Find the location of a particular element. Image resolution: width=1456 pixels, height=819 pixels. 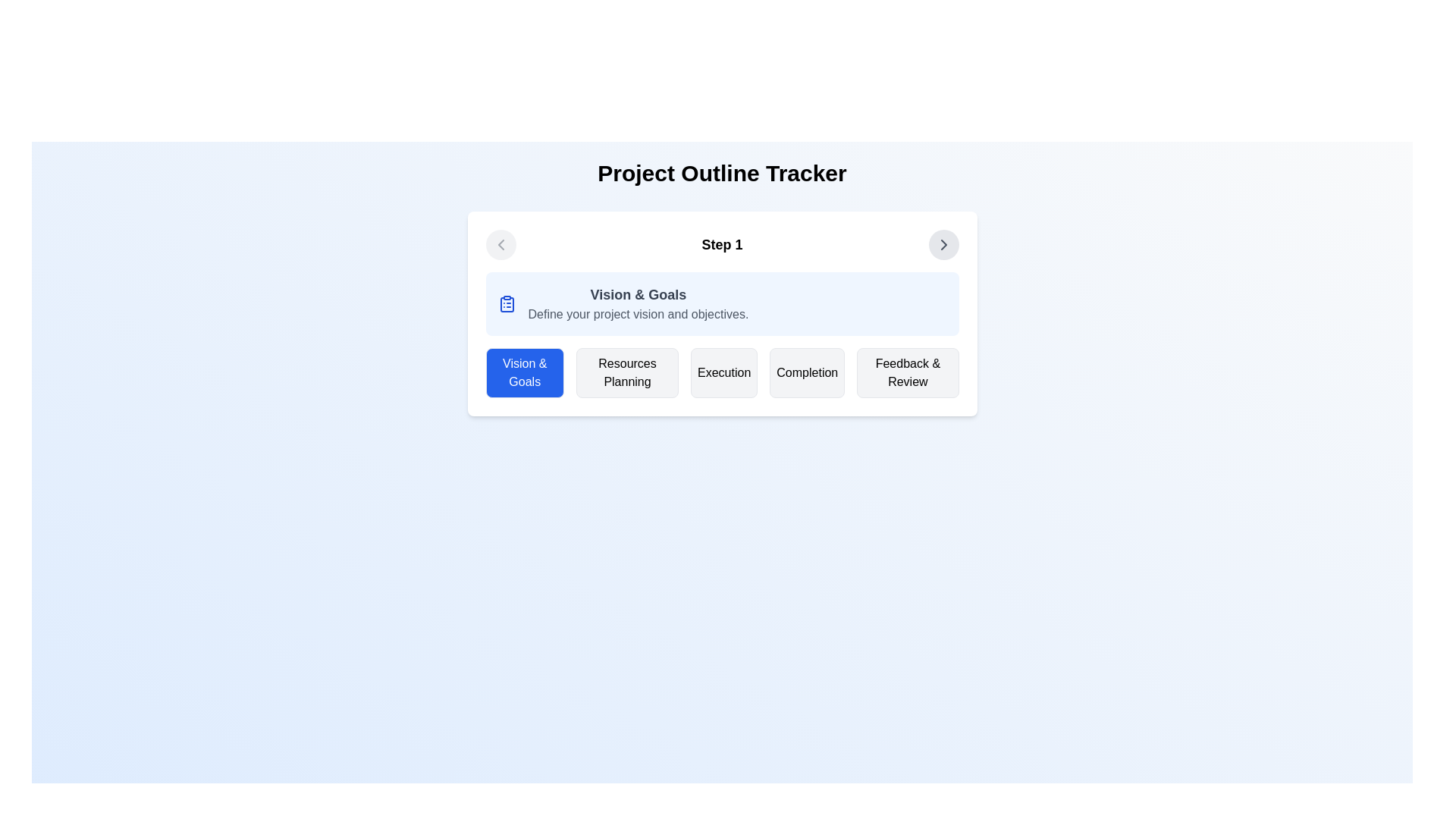

the text element containing 'Define your project vision and objectives.' which is located beneath the heading 'Vision & Goals' is located at coordinates (638, 314).